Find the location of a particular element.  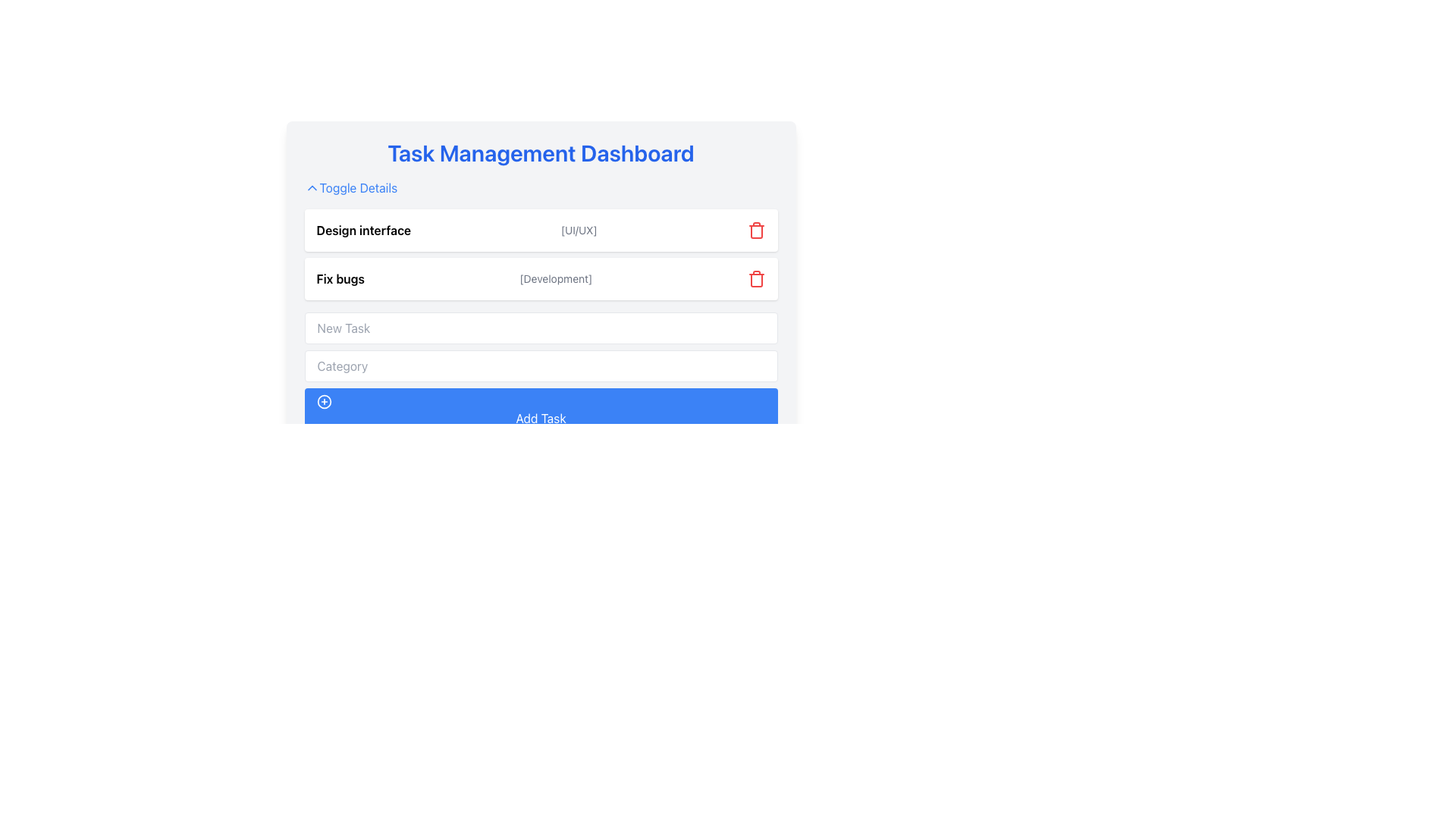

the button that toggles the visibility of additional details in the Task Management Dashboard to change its text color is located at coordinates (350, 187).